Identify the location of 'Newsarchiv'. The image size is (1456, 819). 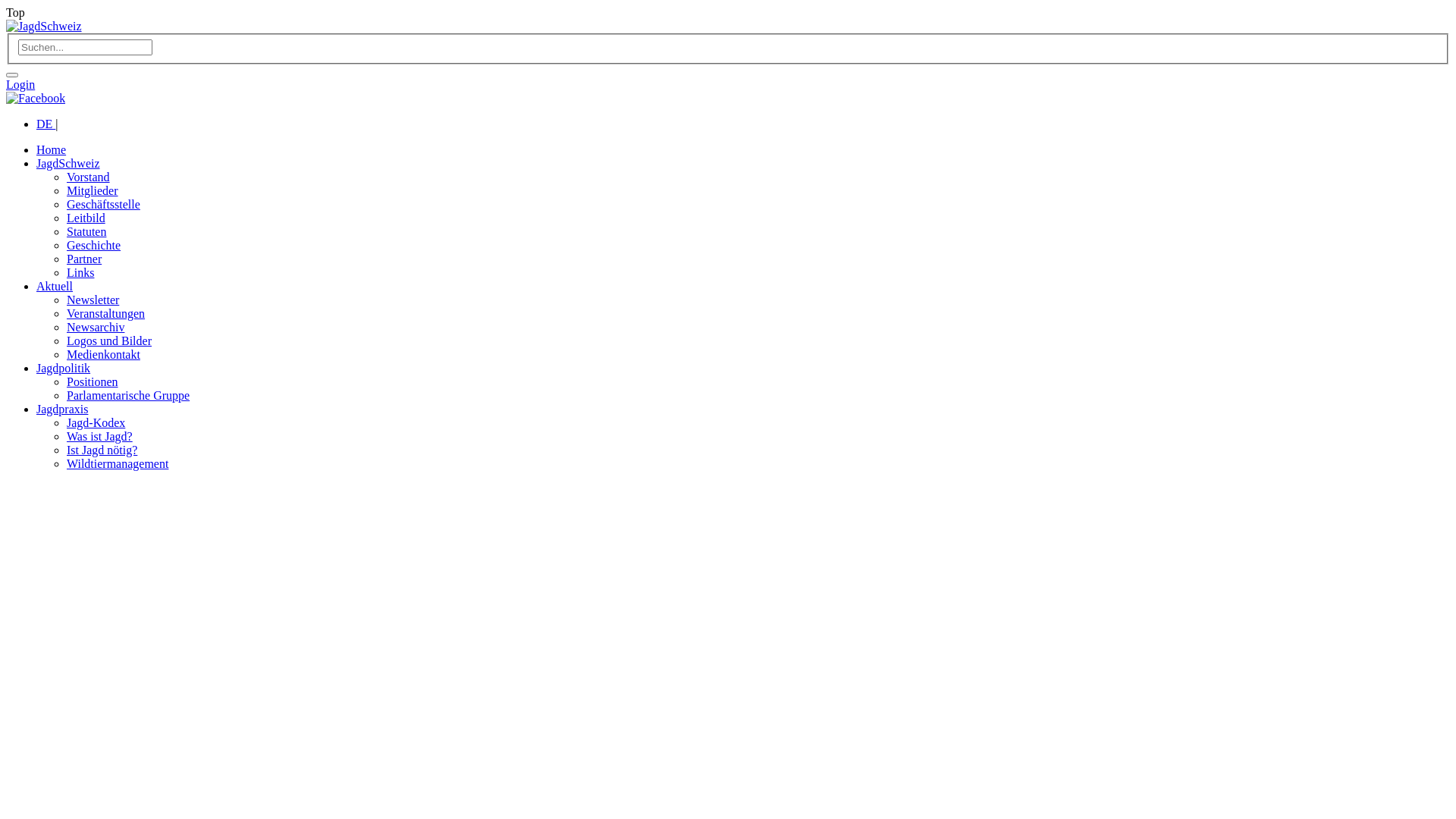
(94, 326).